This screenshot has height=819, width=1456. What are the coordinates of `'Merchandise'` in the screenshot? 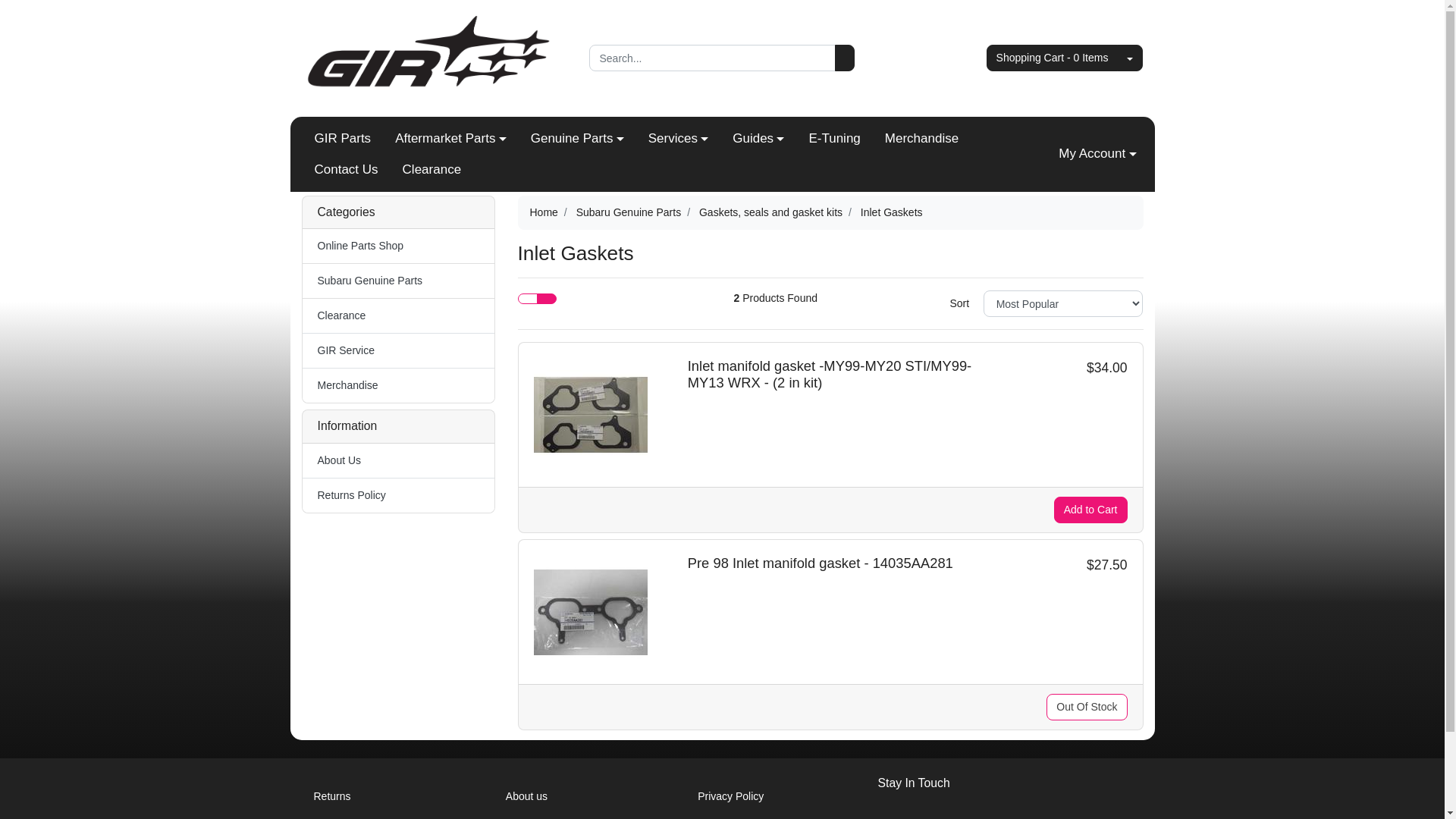 It's located at (397, 384).